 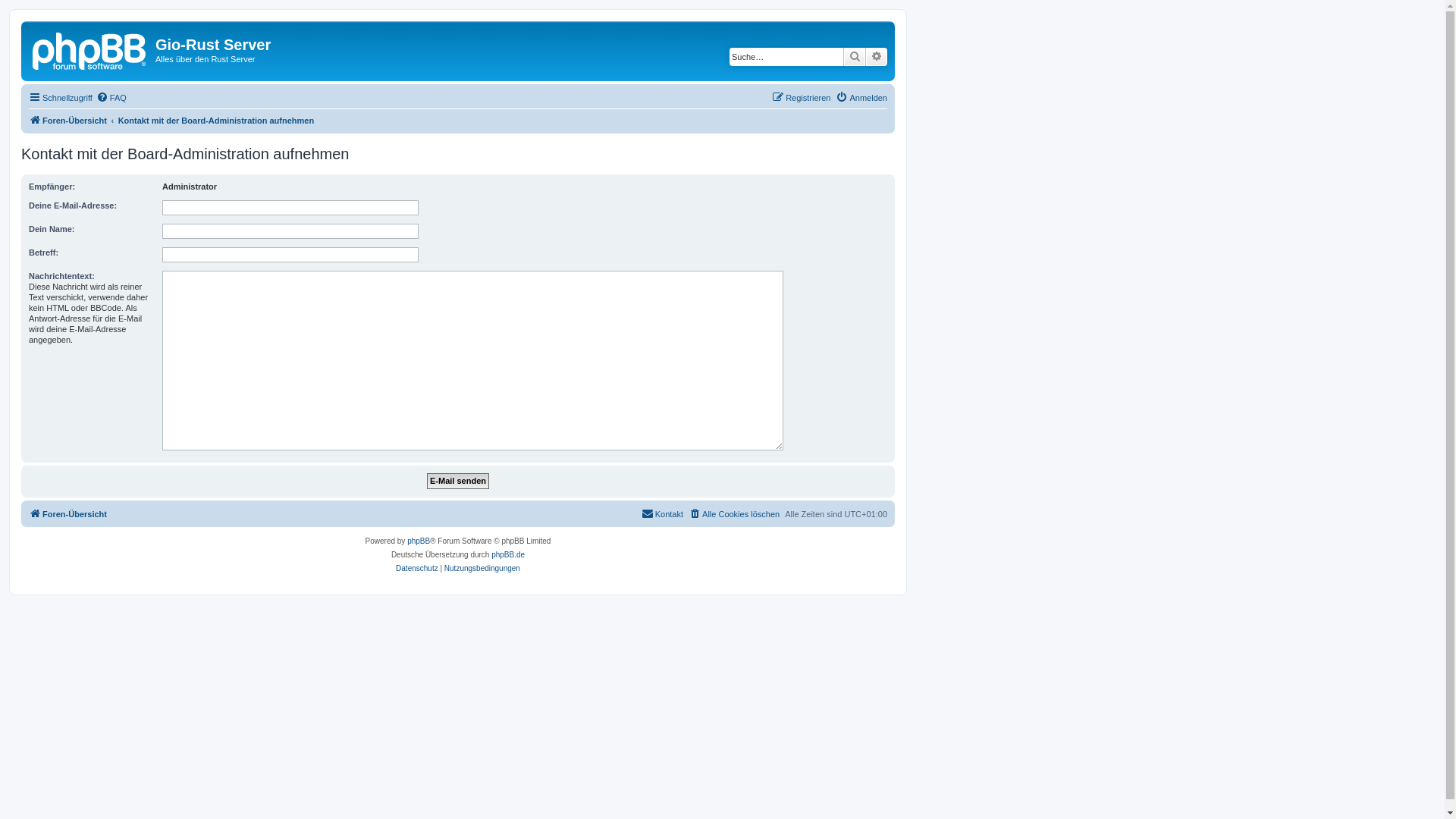 I want to click on 'phpBB.de', so click(x=508, y=555).